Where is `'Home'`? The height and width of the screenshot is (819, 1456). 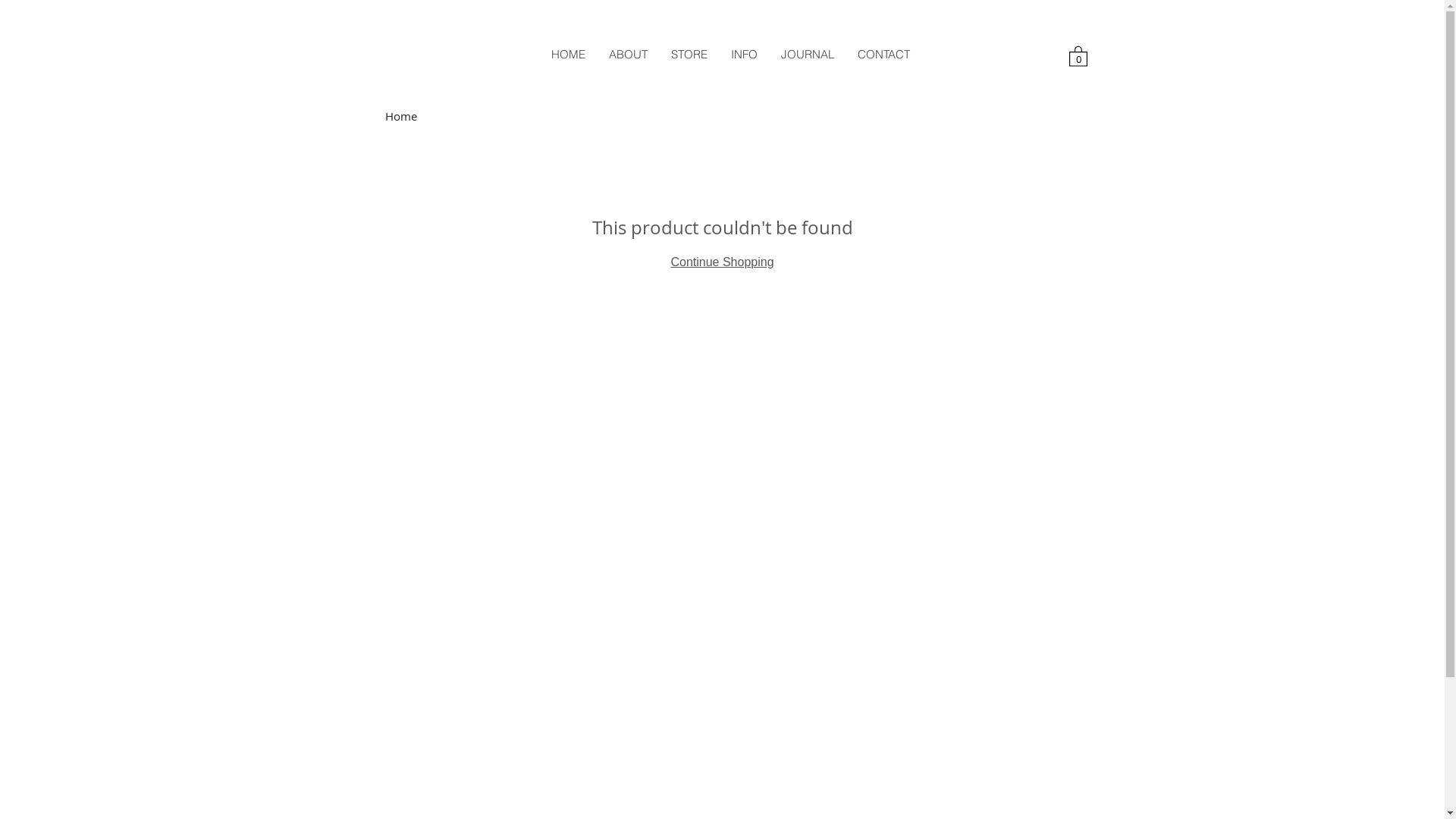
'Home' is located at coordinates (400, 115).